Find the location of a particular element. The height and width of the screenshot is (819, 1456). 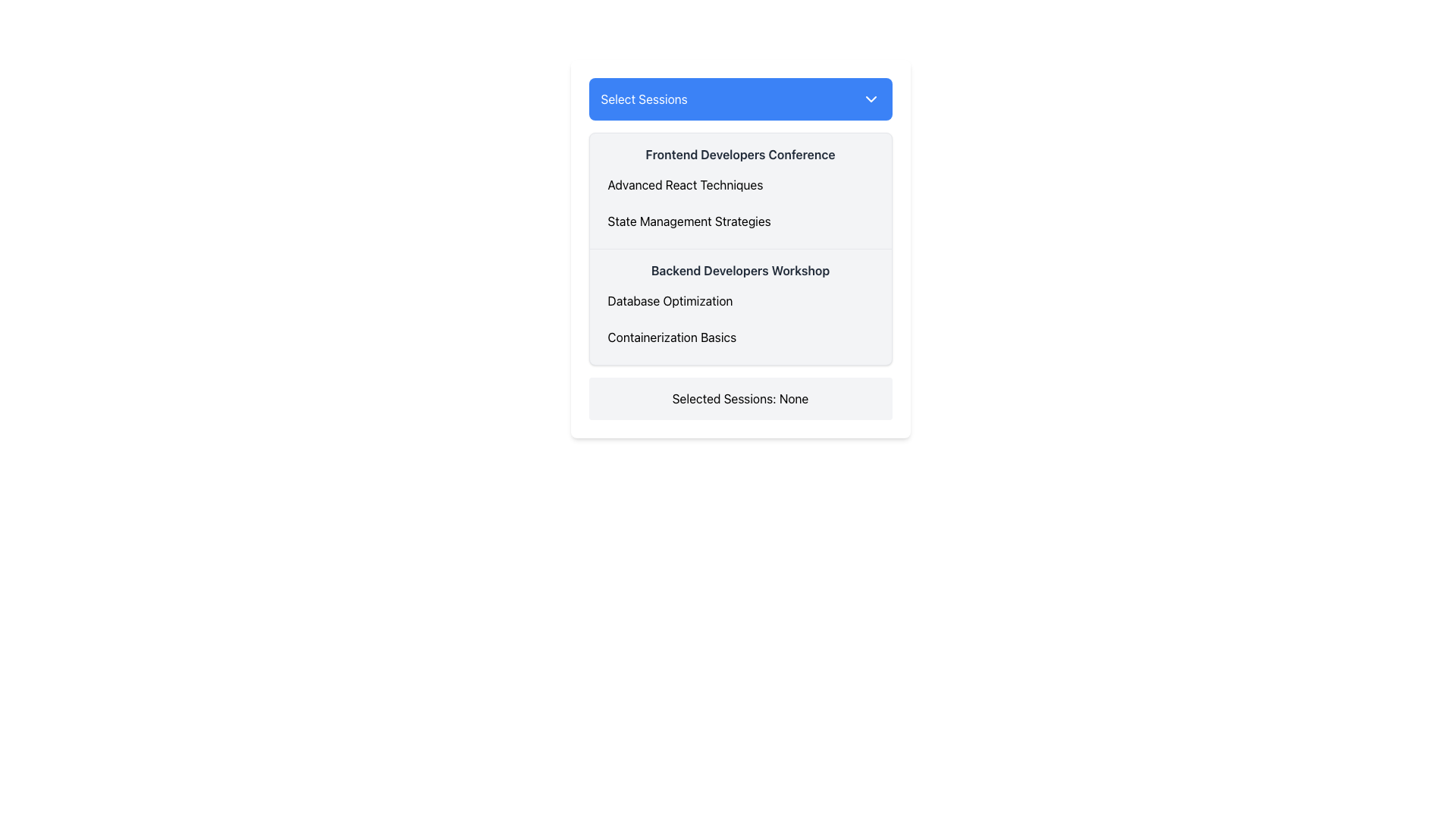

the session selection box for the frontend developers conference is located at coordinates (740, 190).